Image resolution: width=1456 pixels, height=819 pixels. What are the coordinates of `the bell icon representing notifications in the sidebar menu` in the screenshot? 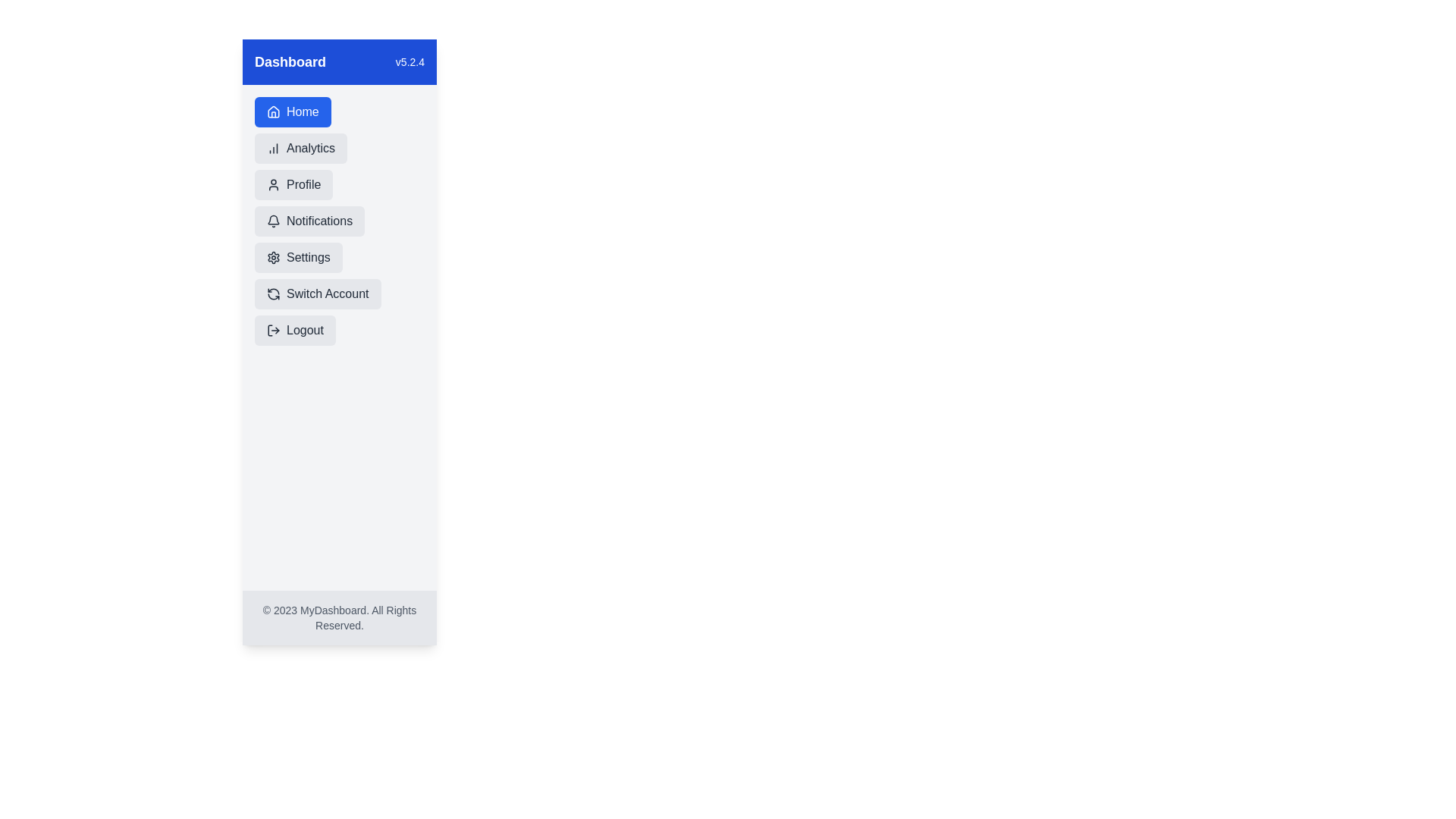 It's located at (273, 221).